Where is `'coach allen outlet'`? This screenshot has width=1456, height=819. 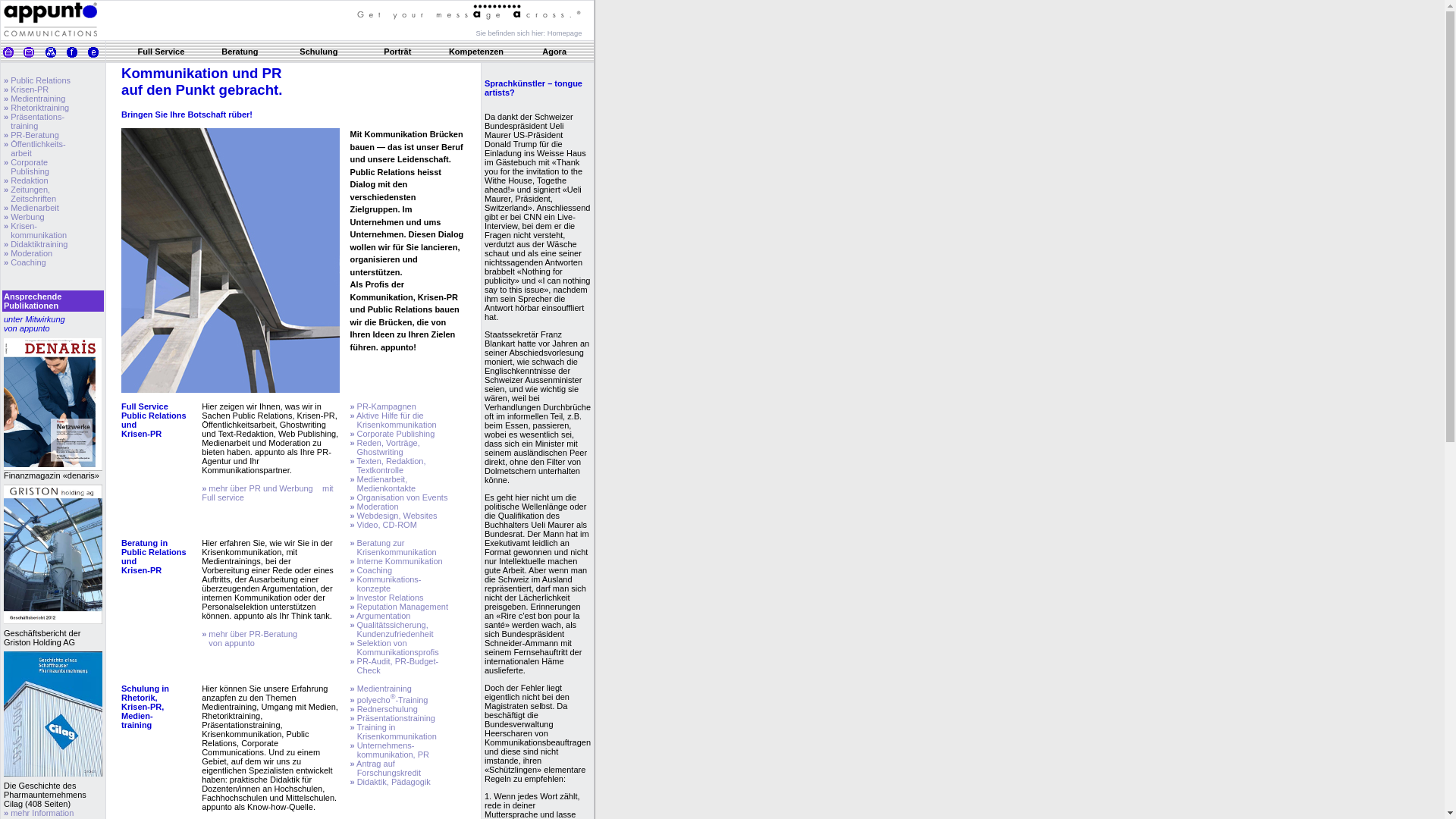 'coach allen outlet' is located at coordinates (26, 66).